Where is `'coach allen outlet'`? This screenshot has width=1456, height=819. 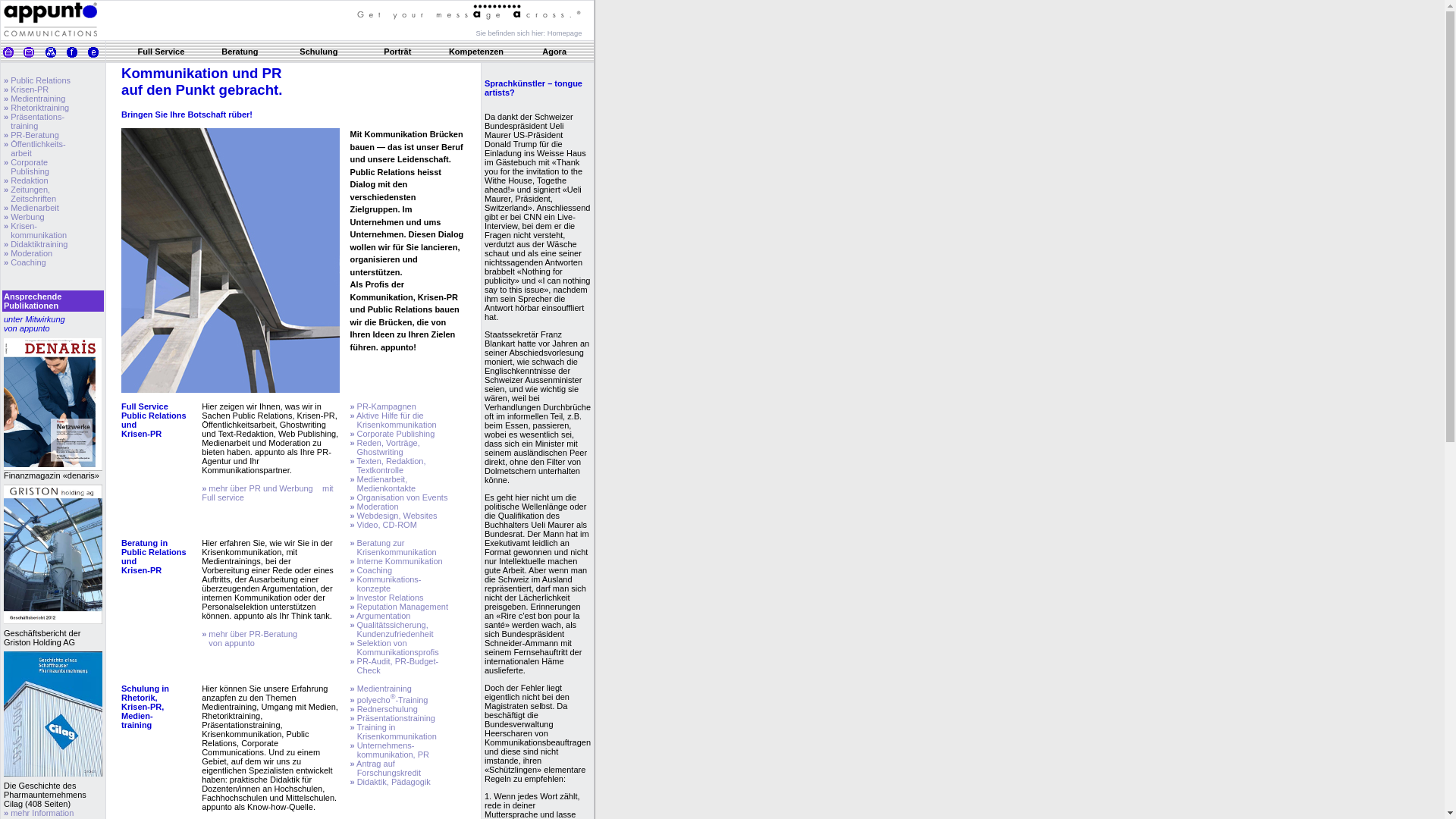 'coach allen outlet' is located at coordinates (26, 66).